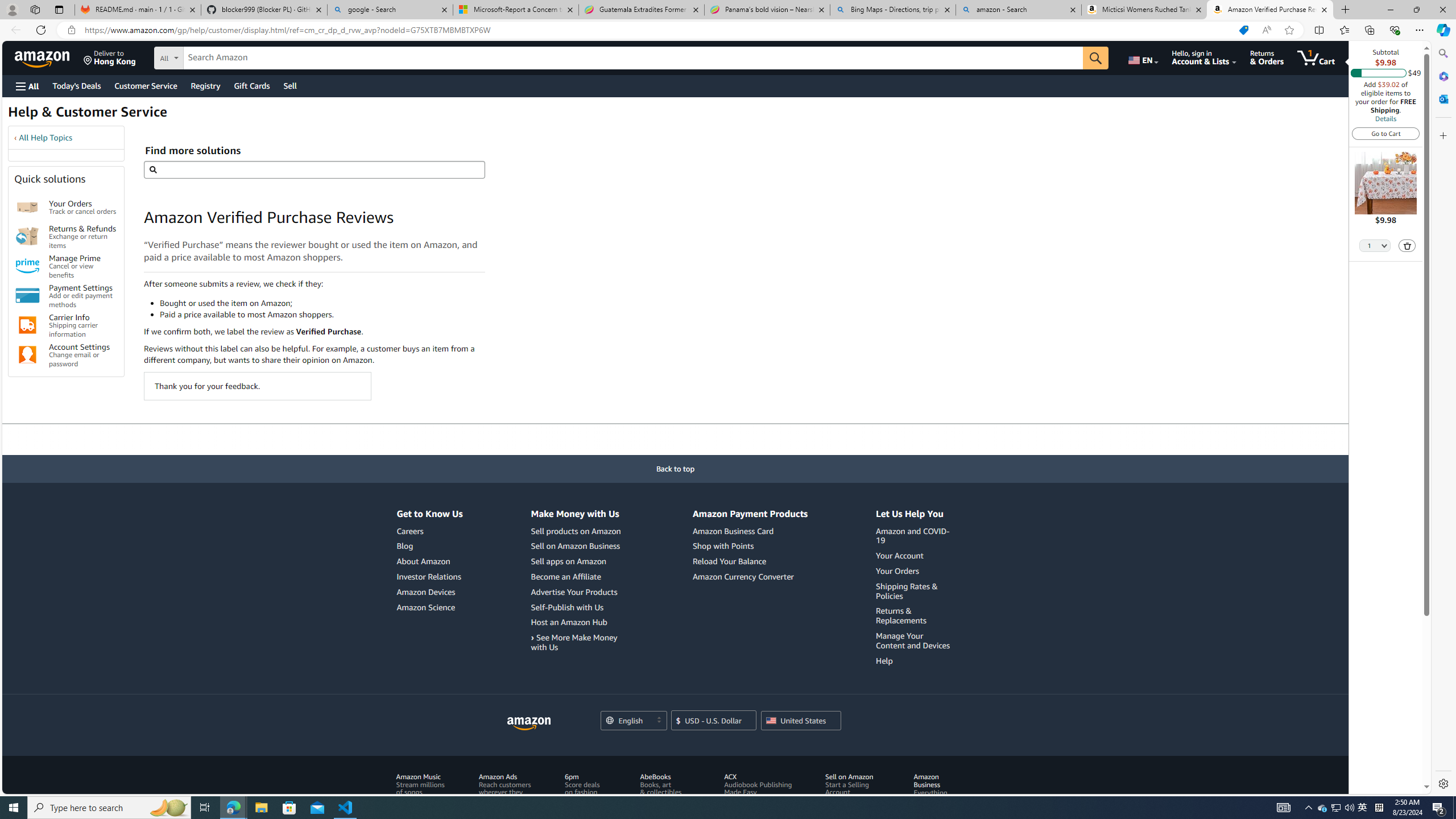  What do you see at coordinates (914, 660) in the screenshot?
I see `'Help'` at bounding box center [914, 660].